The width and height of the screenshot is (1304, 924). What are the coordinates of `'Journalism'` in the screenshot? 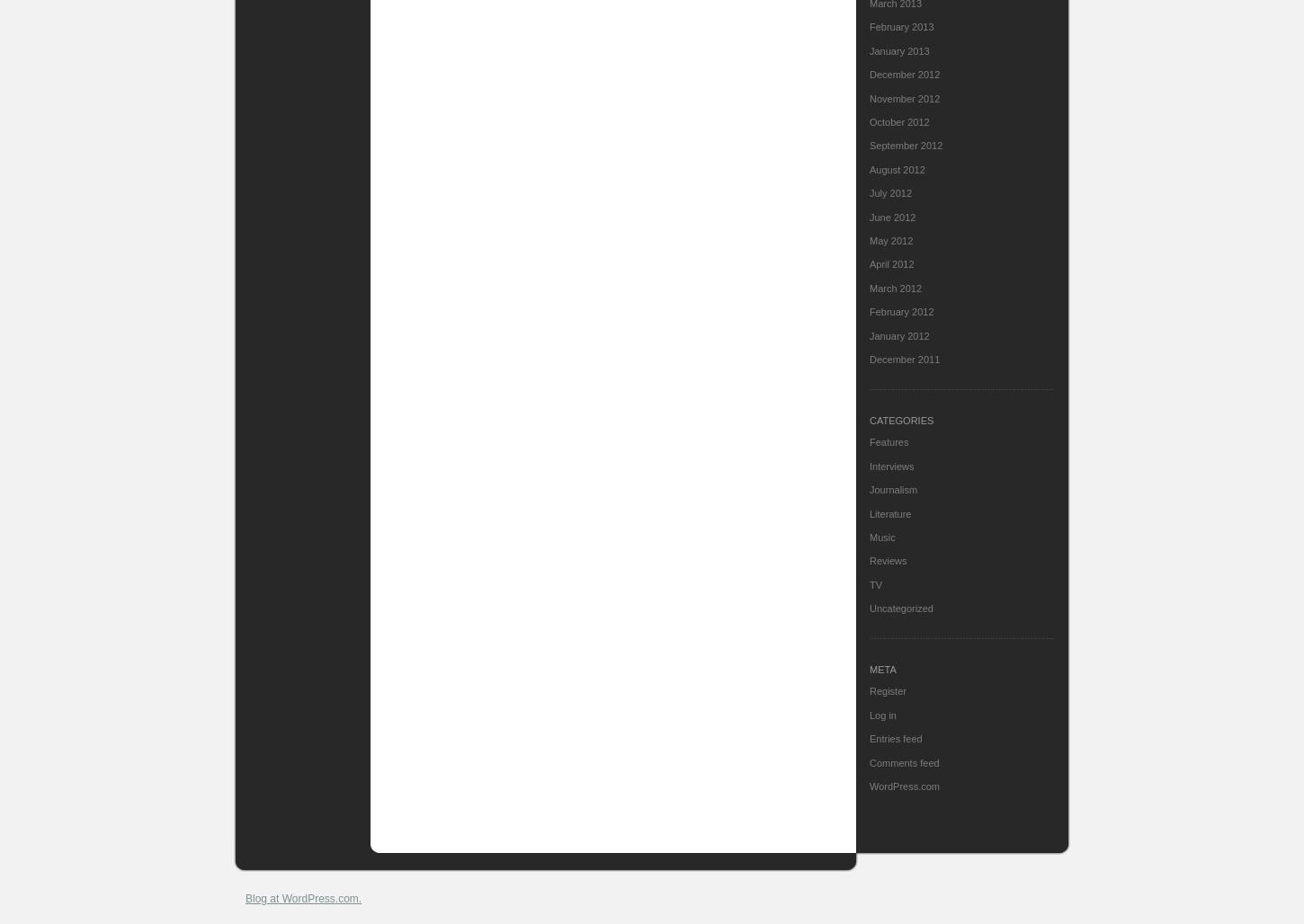 It's located at (870, 490).